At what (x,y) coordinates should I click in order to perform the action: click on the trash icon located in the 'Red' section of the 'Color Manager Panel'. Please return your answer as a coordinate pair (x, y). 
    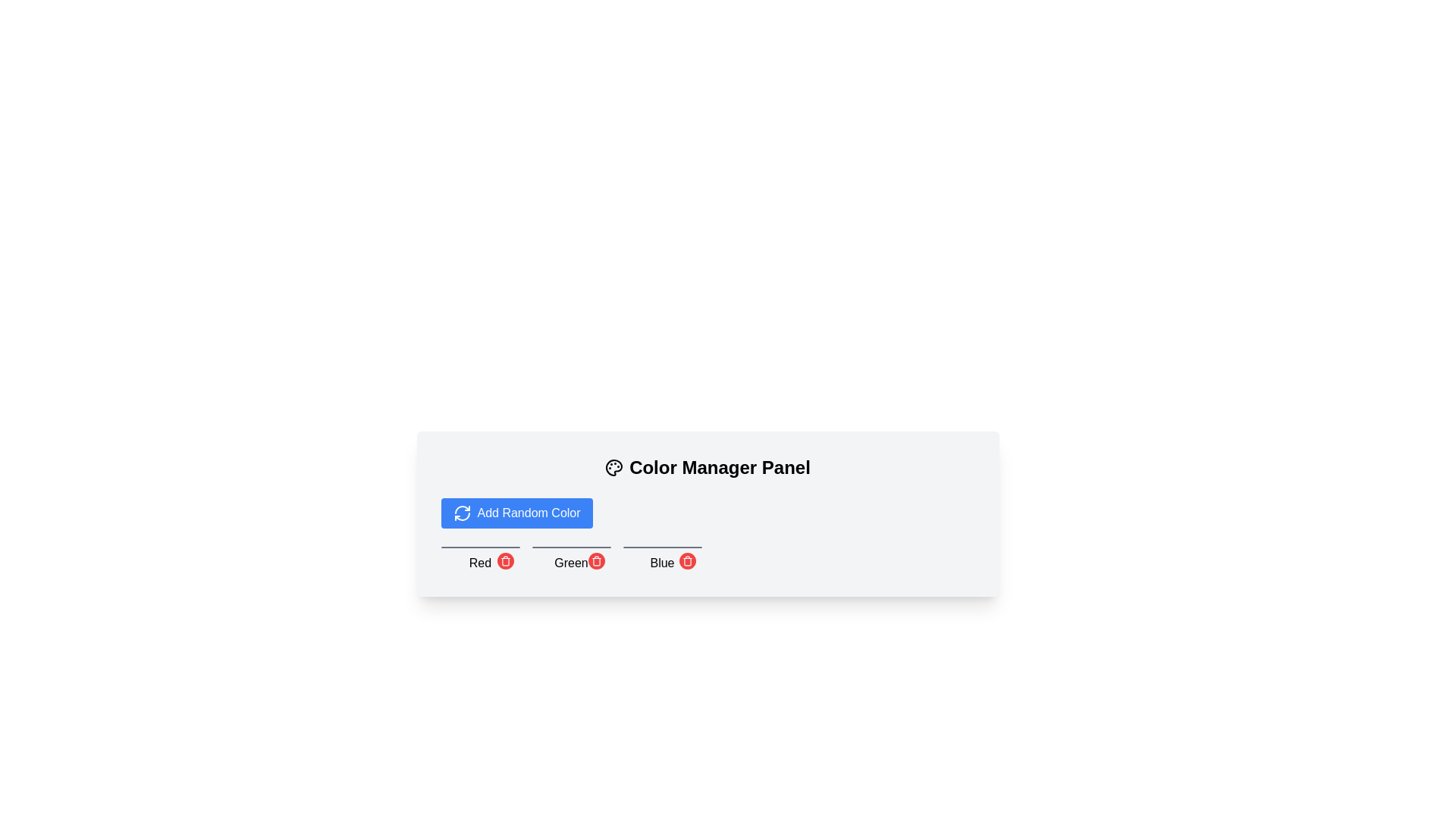
    Looking at the image, I should click on (707, 513).